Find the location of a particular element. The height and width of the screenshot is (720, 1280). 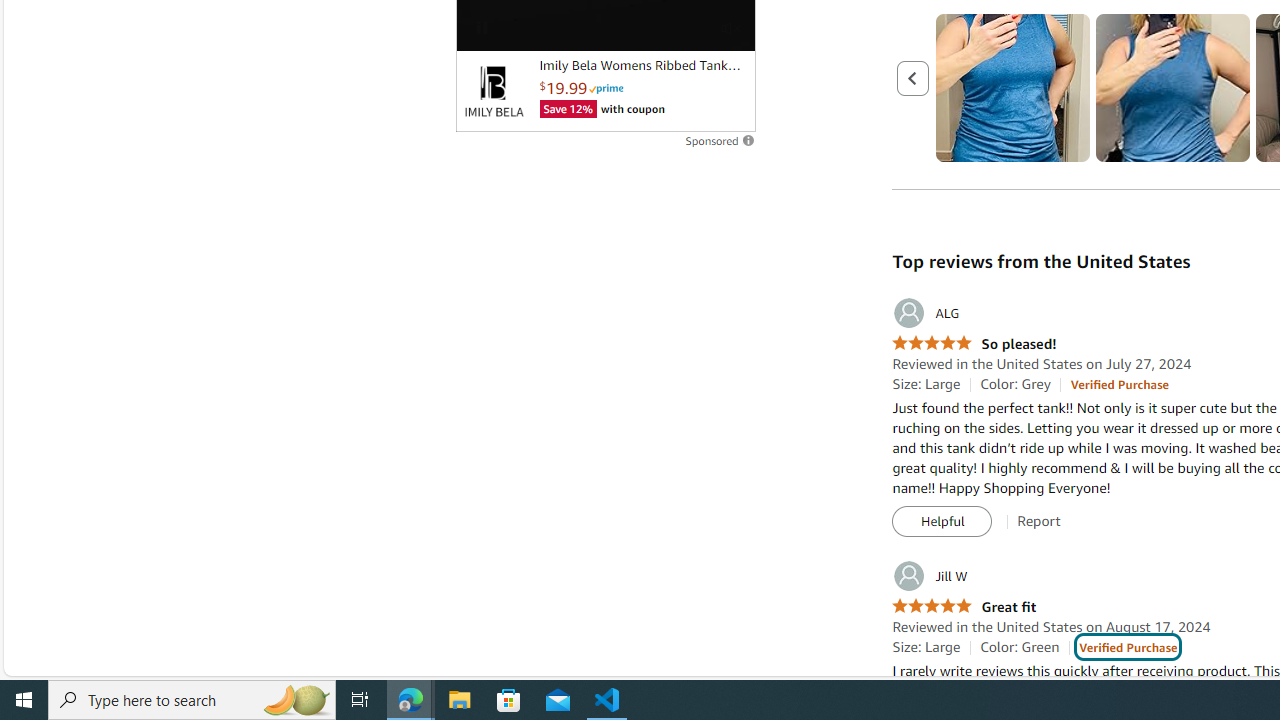

'Report' is located at coordinates (1039, 520).